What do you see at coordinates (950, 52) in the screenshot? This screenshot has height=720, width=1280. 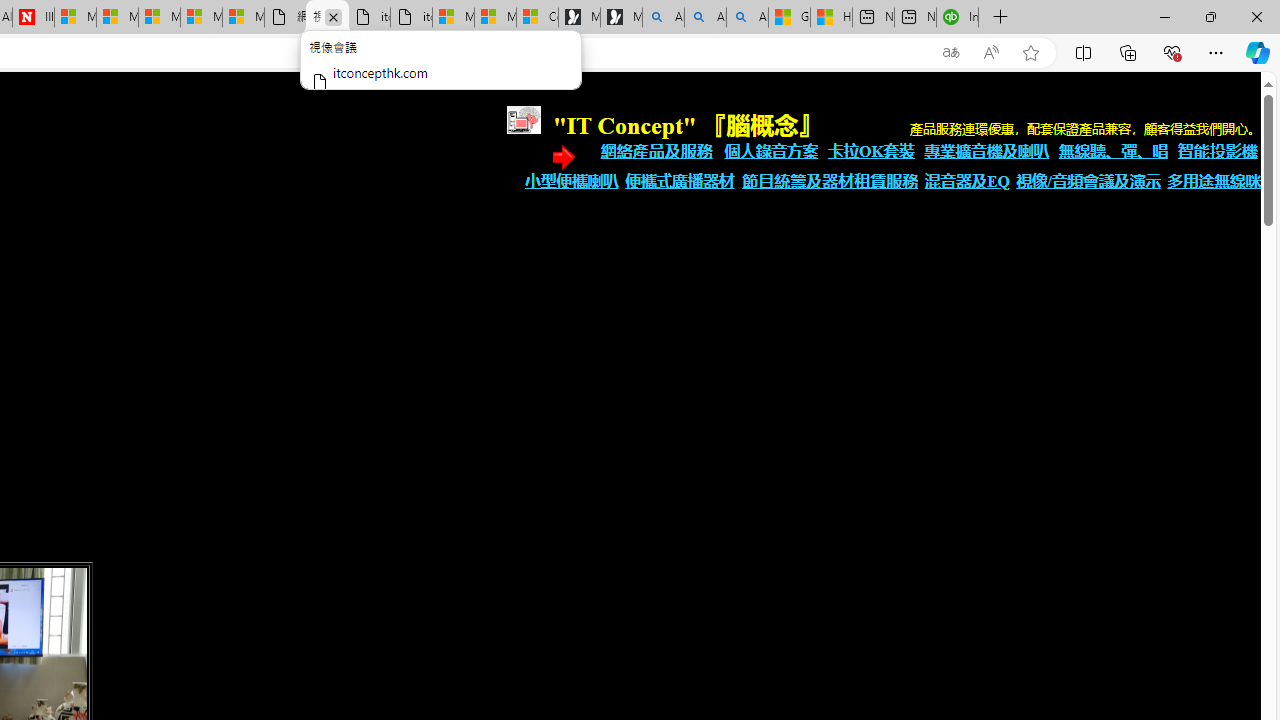 I see `'Show translate options'` at bounding box center [950, 52].